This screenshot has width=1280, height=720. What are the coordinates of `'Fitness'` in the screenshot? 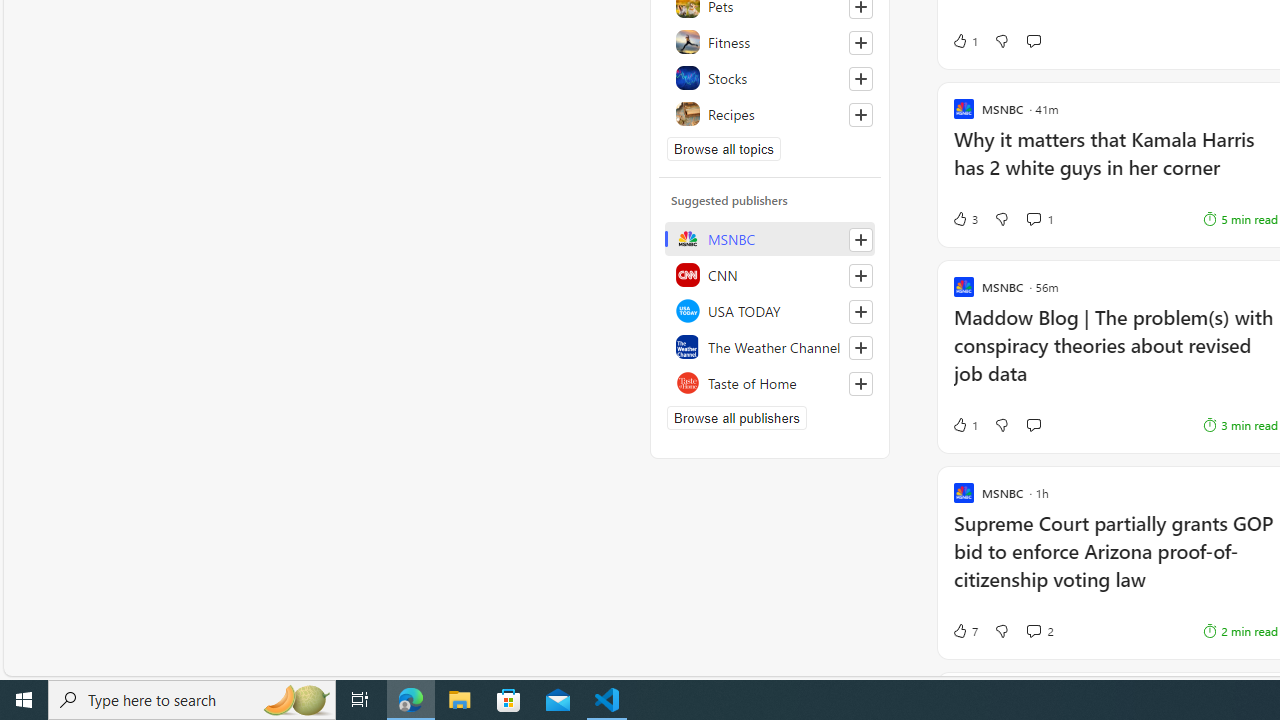 It's located at (769, 42).